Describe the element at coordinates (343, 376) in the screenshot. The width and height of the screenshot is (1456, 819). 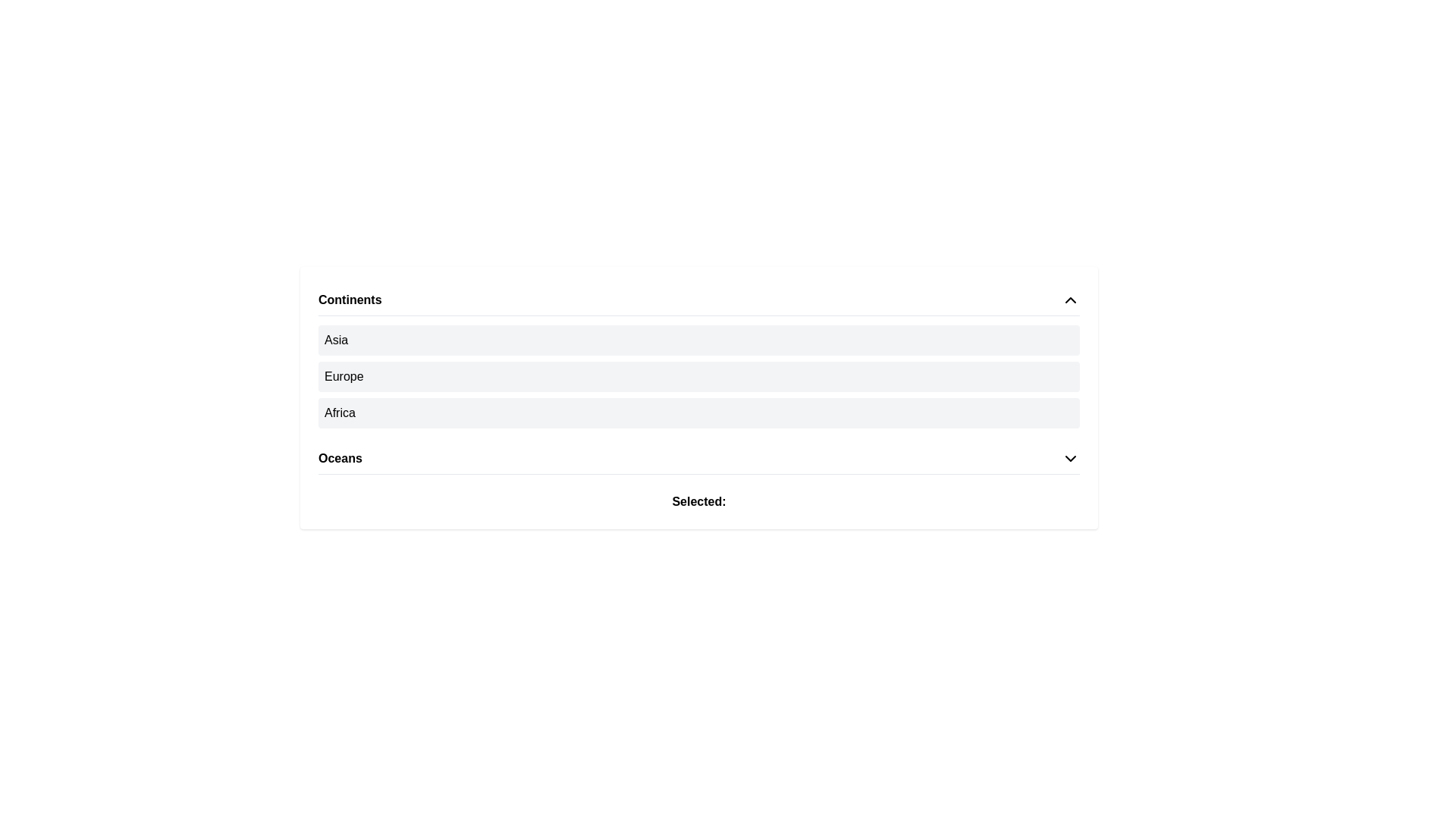
I see `the 'Europe' text label, which is positioned between the 'Asia' and 'Africa' text labels in the 'Continents' section, displayed on a gray background with padding and rounded corners` at that location.